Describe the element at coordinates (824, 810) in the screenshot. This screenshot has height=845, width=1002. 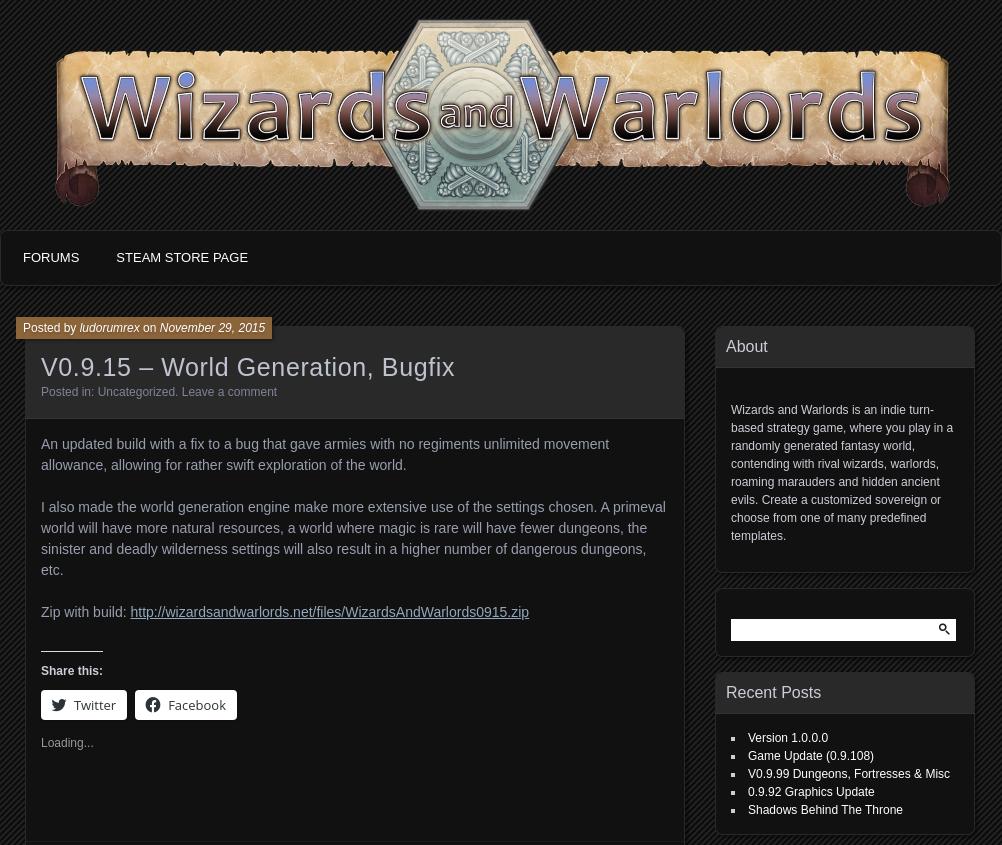
I see `'Shadows Behind The Throne'` at that location.